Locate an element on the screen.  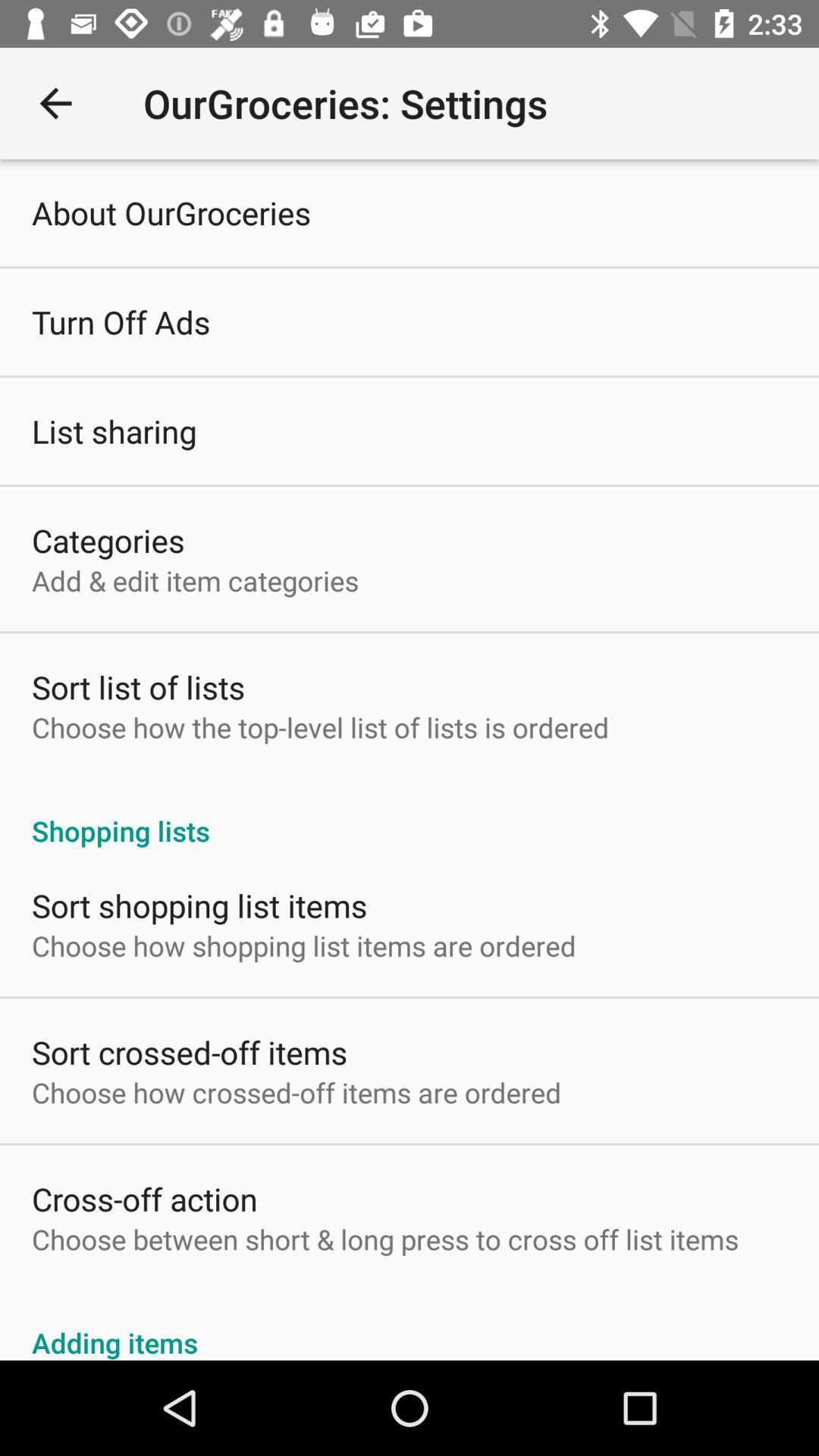
icon above the categories is located at coordinates (113, 430).